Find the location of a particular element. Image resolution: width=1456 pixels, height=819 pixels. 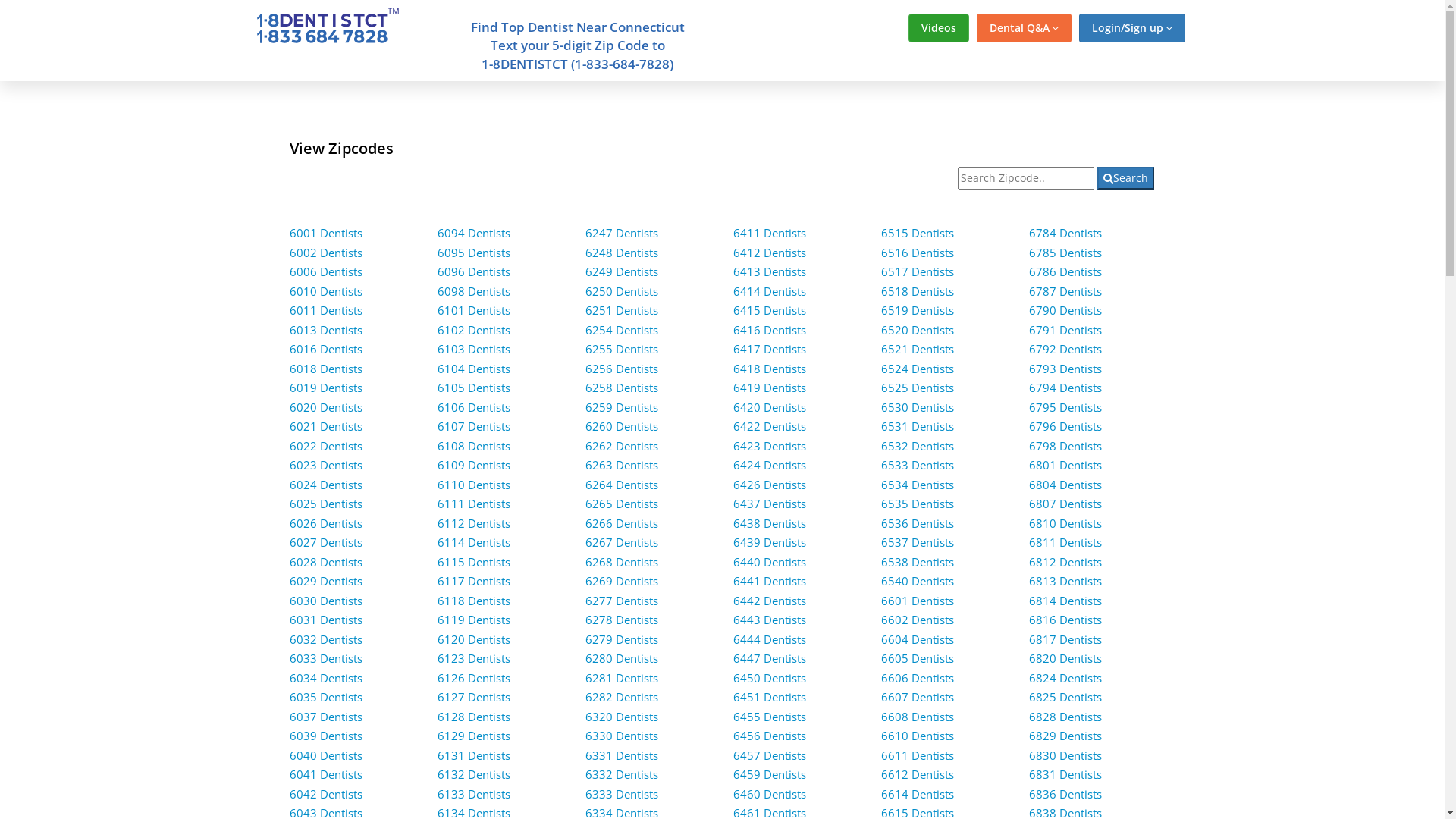

'6796 Dentists' is located at coordinates (1065, 426).